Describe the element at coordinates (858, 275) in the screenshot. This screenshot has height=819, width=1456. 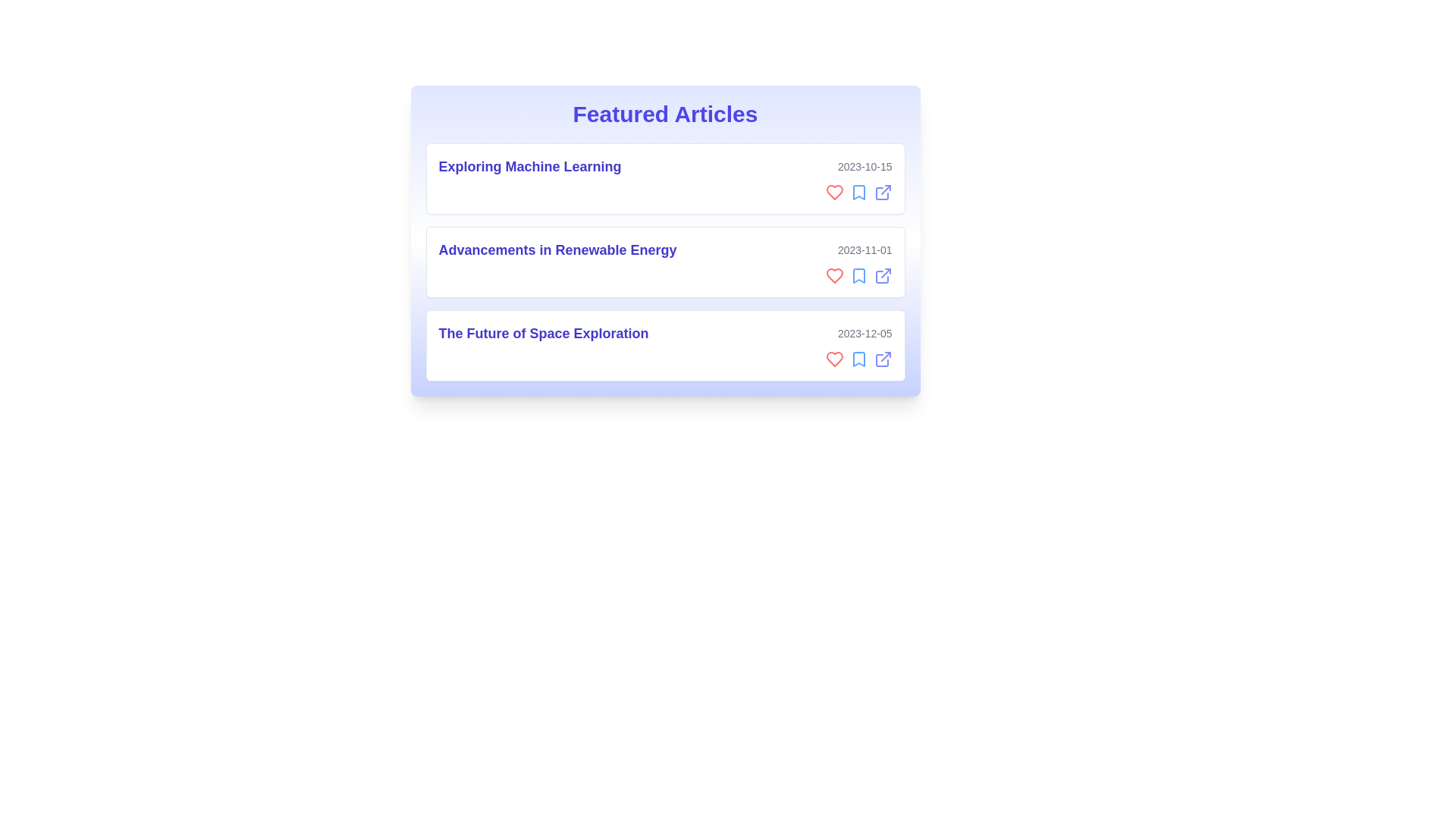
I see `bookmark icon for the article titled 'Advancements in Renewable Energy'` at that location.